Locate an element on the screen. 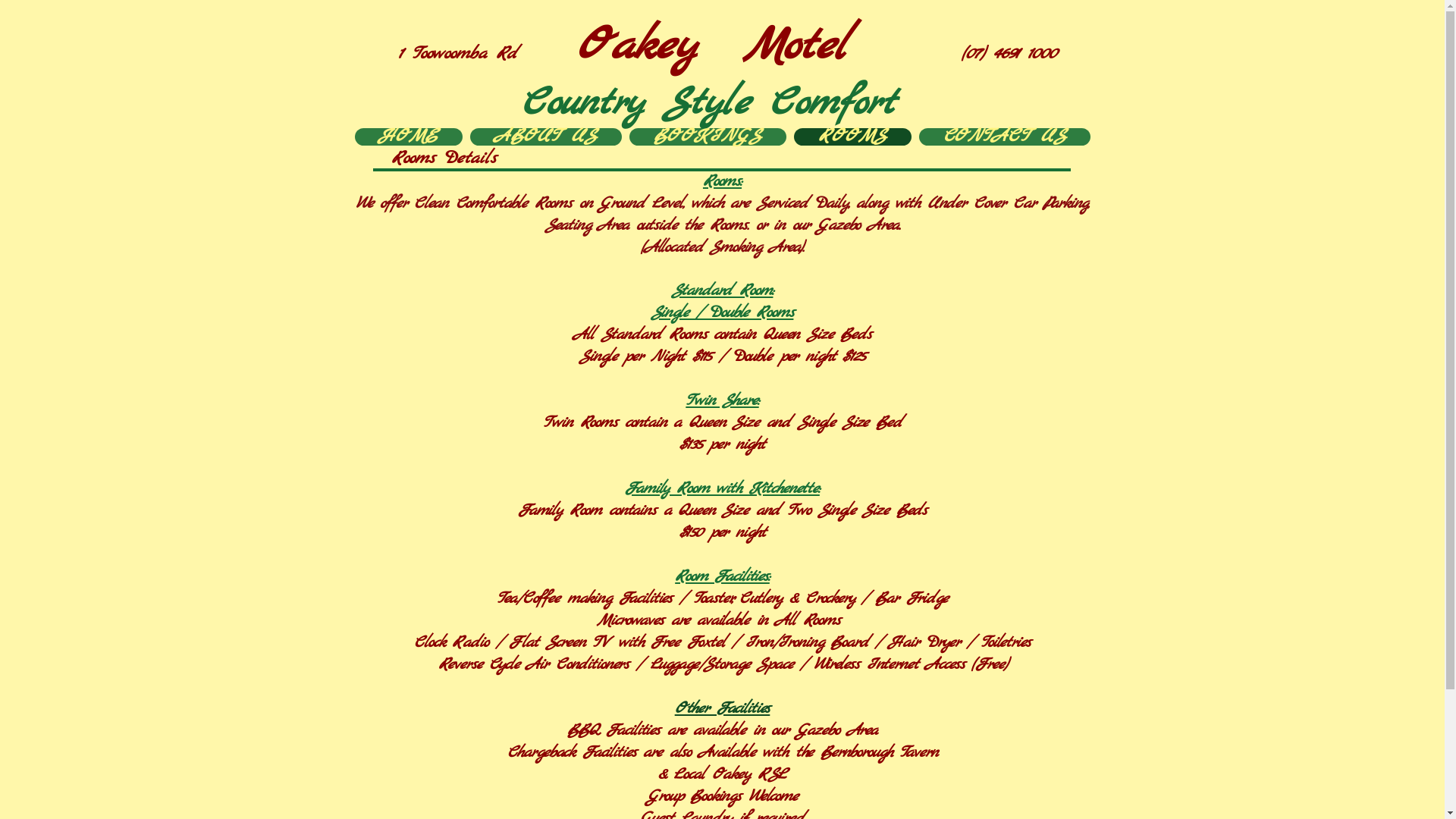 This screenshot has width=1456, height=819. 'ROOMS' is located at coordinates (852, 136).